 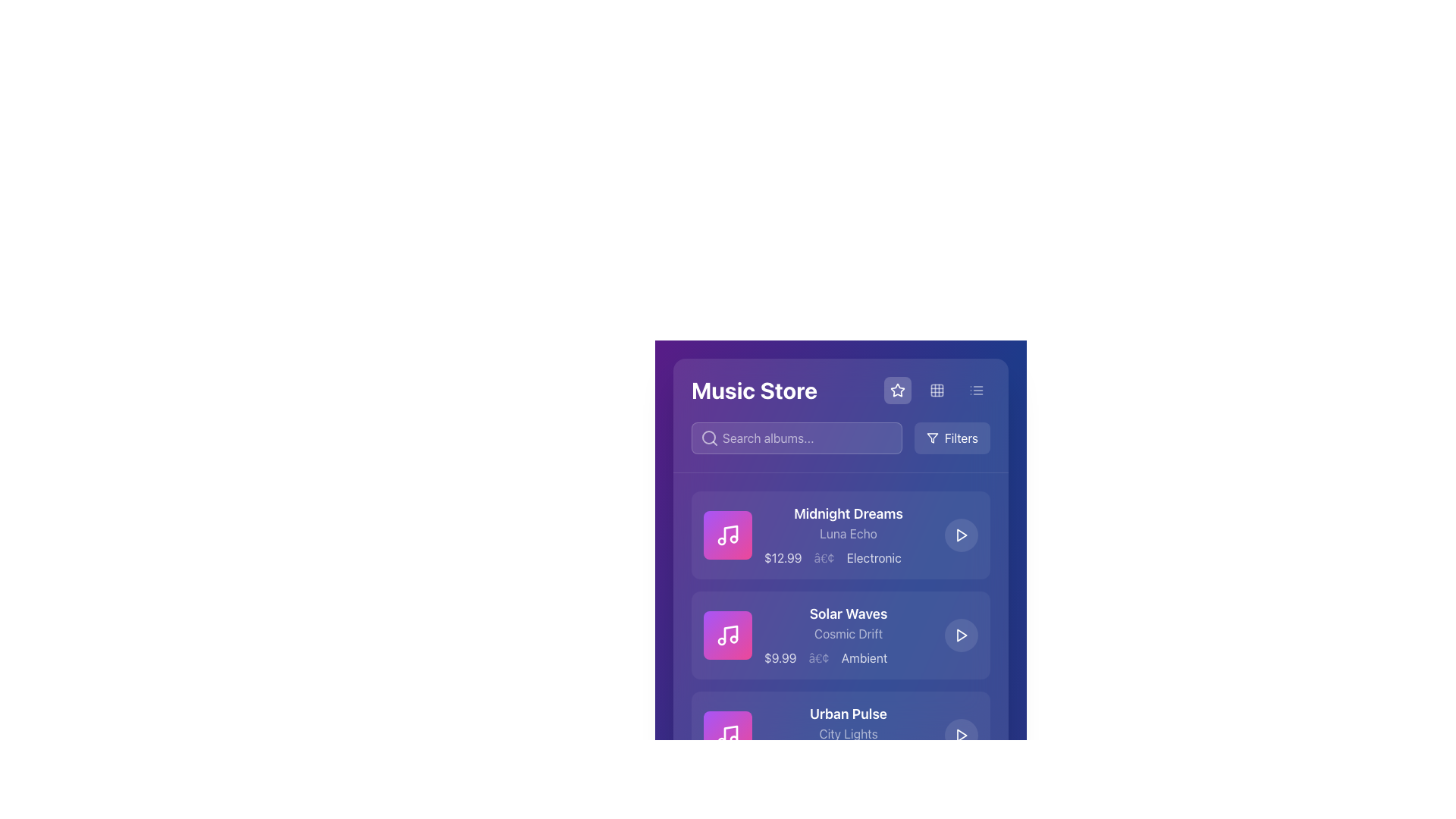 I want to click on the play button represented by a triangular graphic for the 'Urban Pulse' item in the list, so click(x=961, y=734).